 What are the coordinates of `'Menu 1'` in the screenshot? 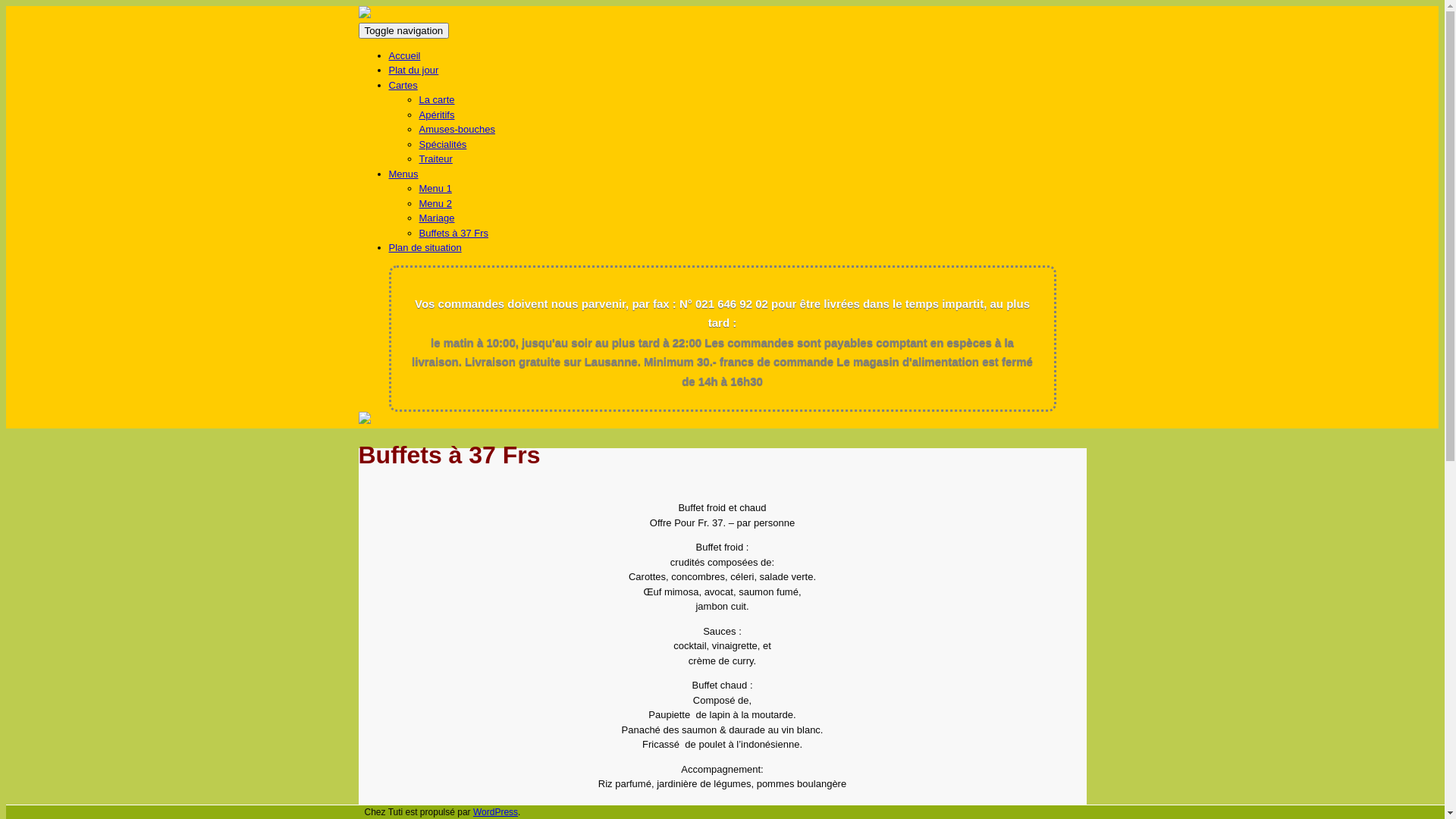 It's located at (434, 187).